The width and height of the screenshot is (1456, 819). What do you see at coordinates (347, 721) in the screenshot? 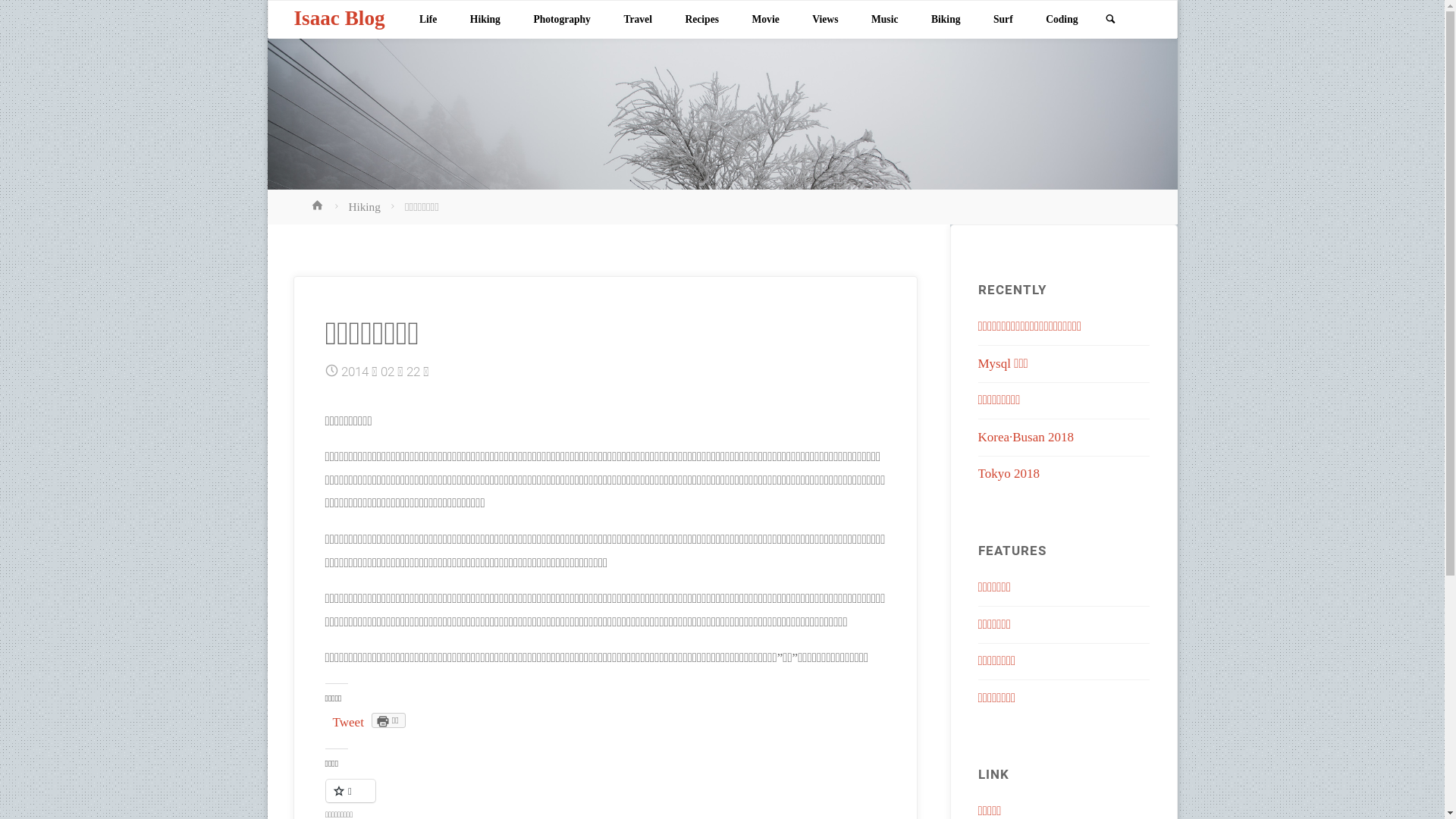
I see `'Tweet'` at bounding box center [347, 721].